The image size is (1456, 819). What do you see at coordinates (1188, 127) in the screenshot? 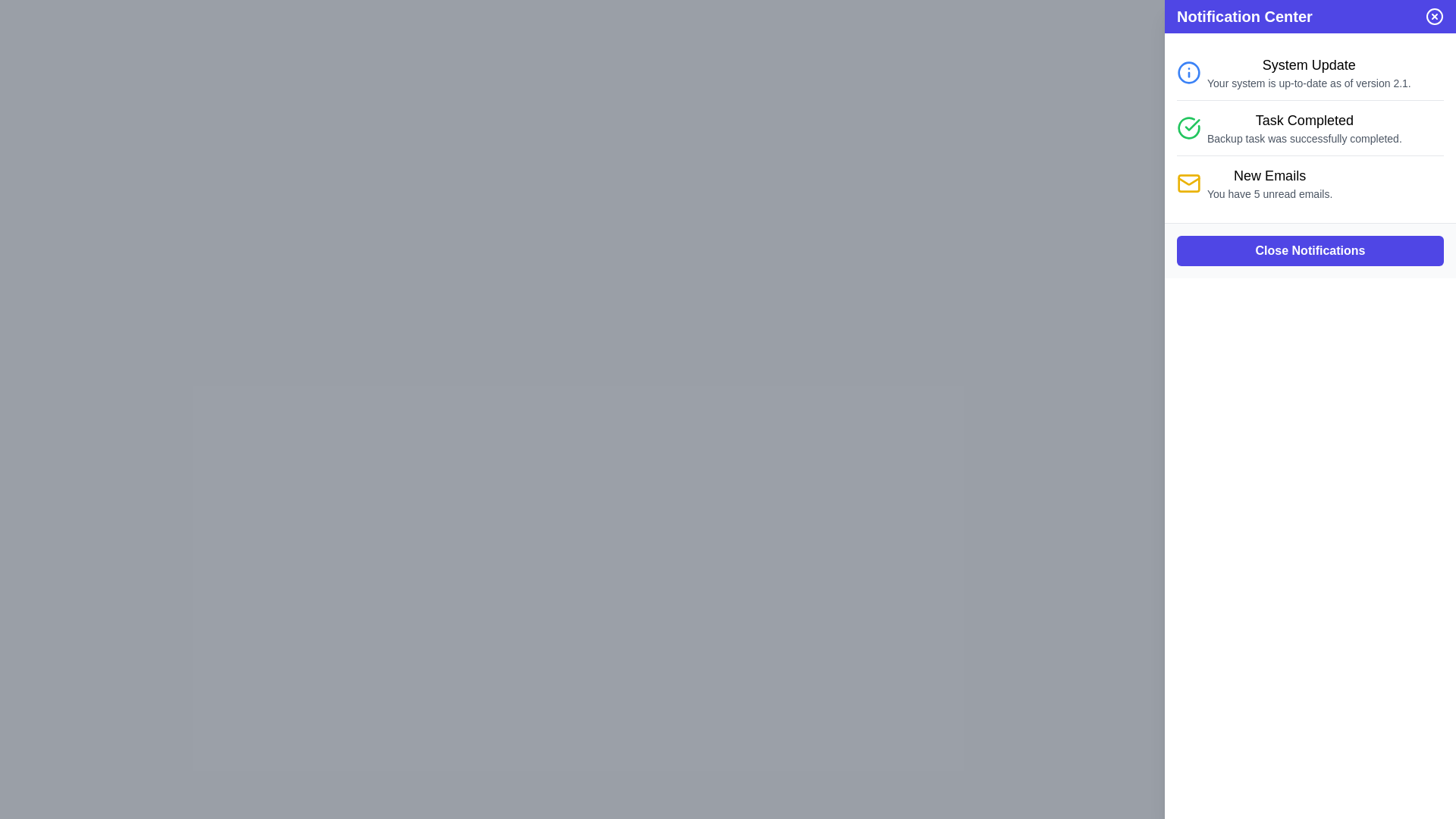
I see `the circular checkmark icon with a green outline located next to the 'Task Completed' notification message in the Notification Center` at bounding box center [1188, 127].